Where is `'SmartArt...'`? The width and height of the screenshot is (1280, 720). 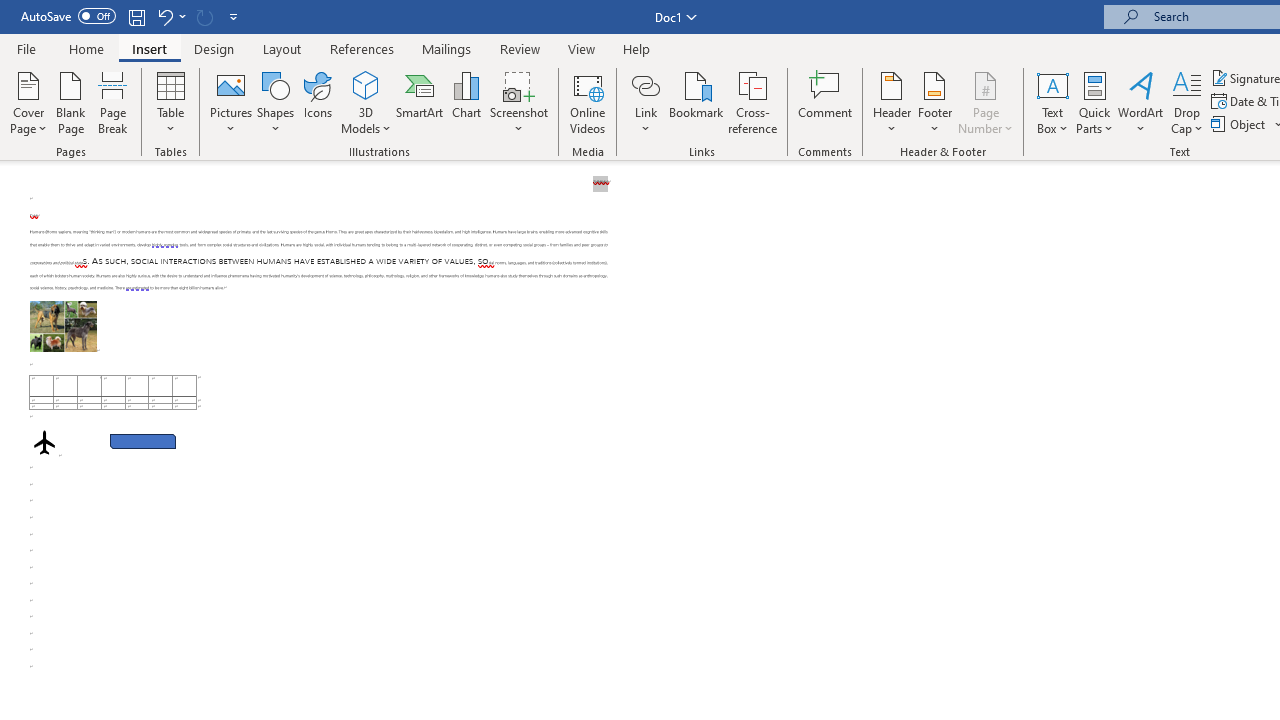
'SmartArt...' is located at coordinates (418, 103).